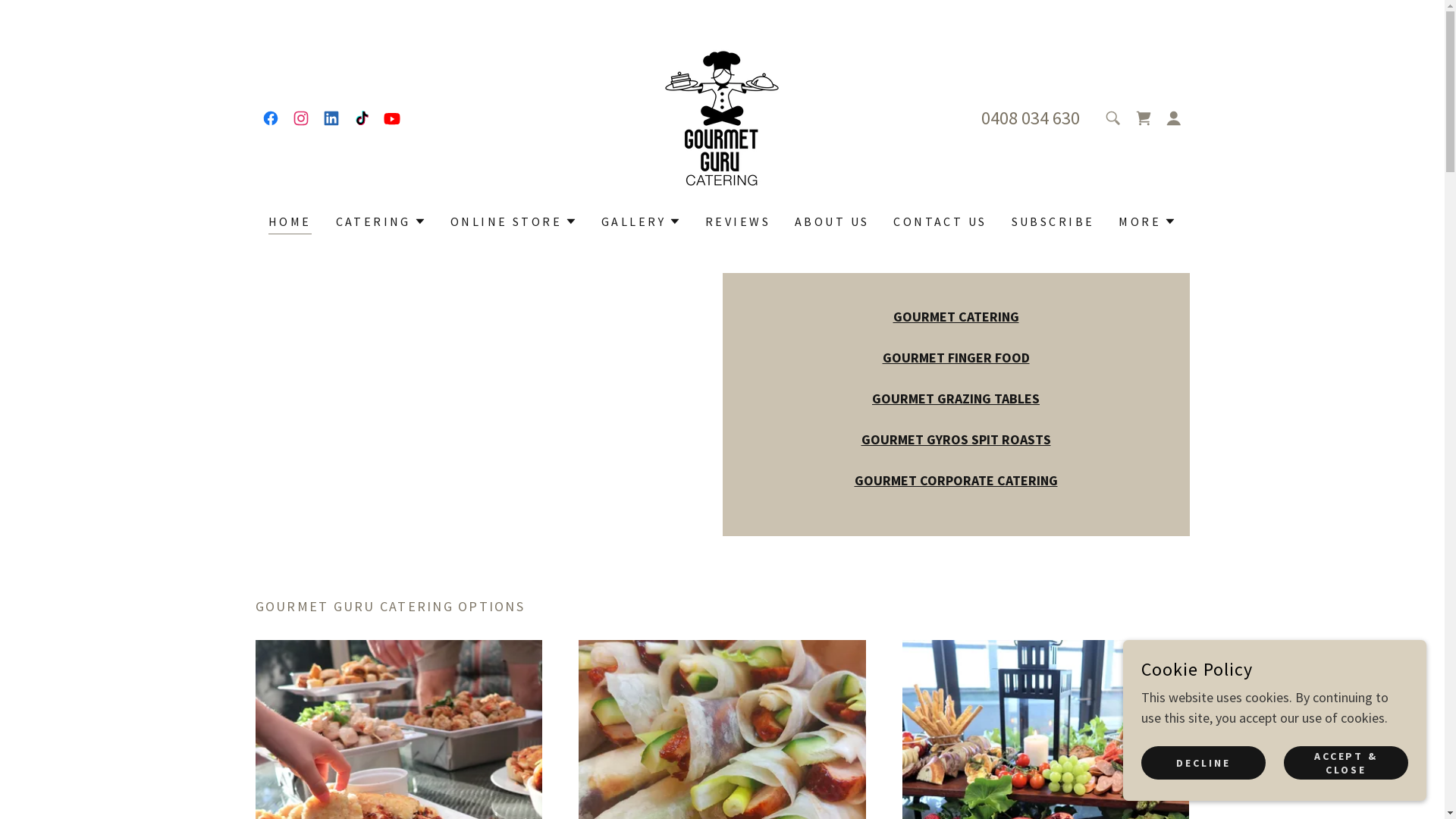 The width and height of the screenshot is (1456, 819). What do you see at coordinates (381, 221) in the screenshot?
I see `'CATERING'` at bounding box center [381, 221].